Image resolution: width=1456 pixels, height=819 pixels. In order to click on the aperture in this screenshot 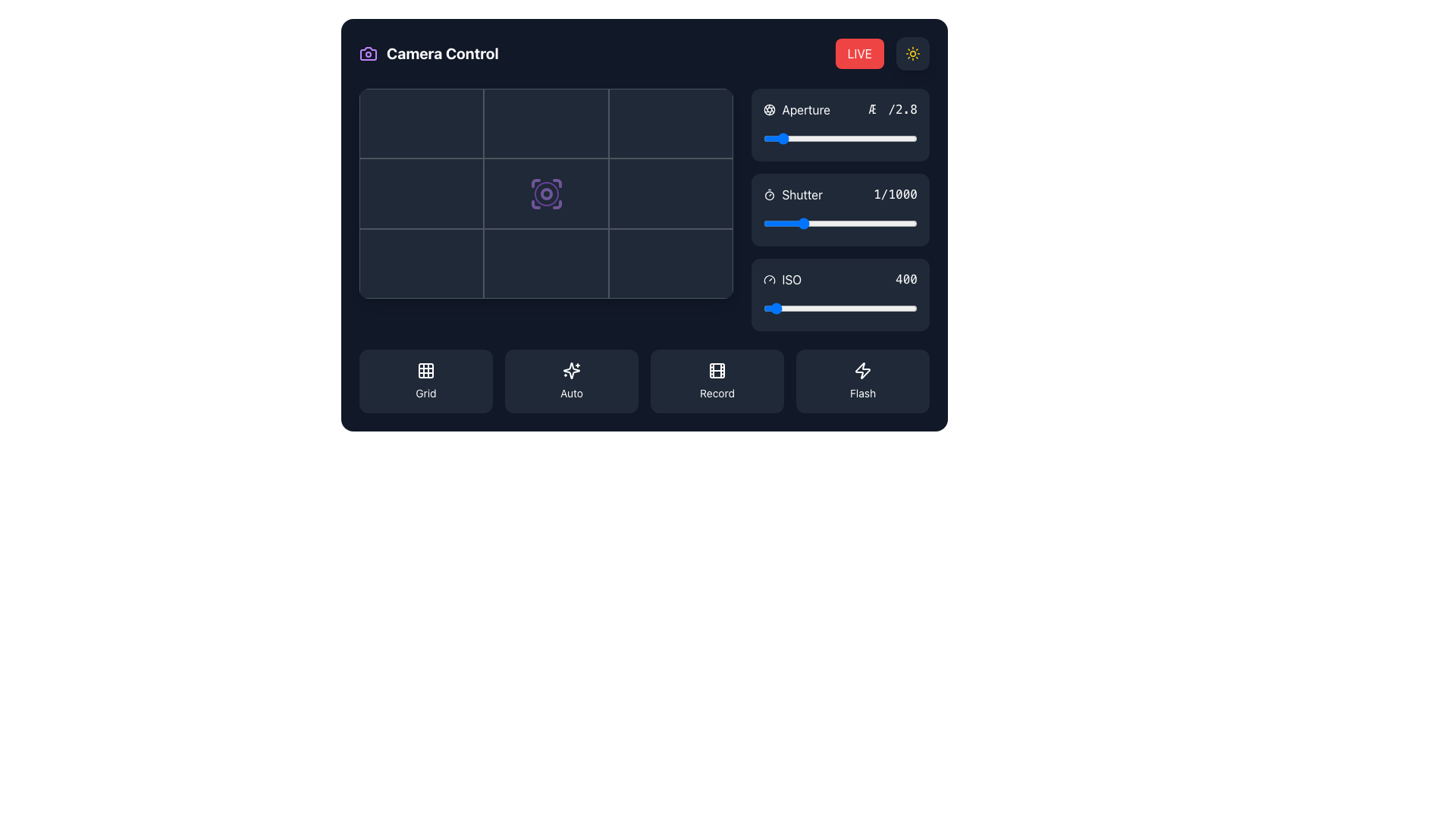, I will do `click(780, 138)`.